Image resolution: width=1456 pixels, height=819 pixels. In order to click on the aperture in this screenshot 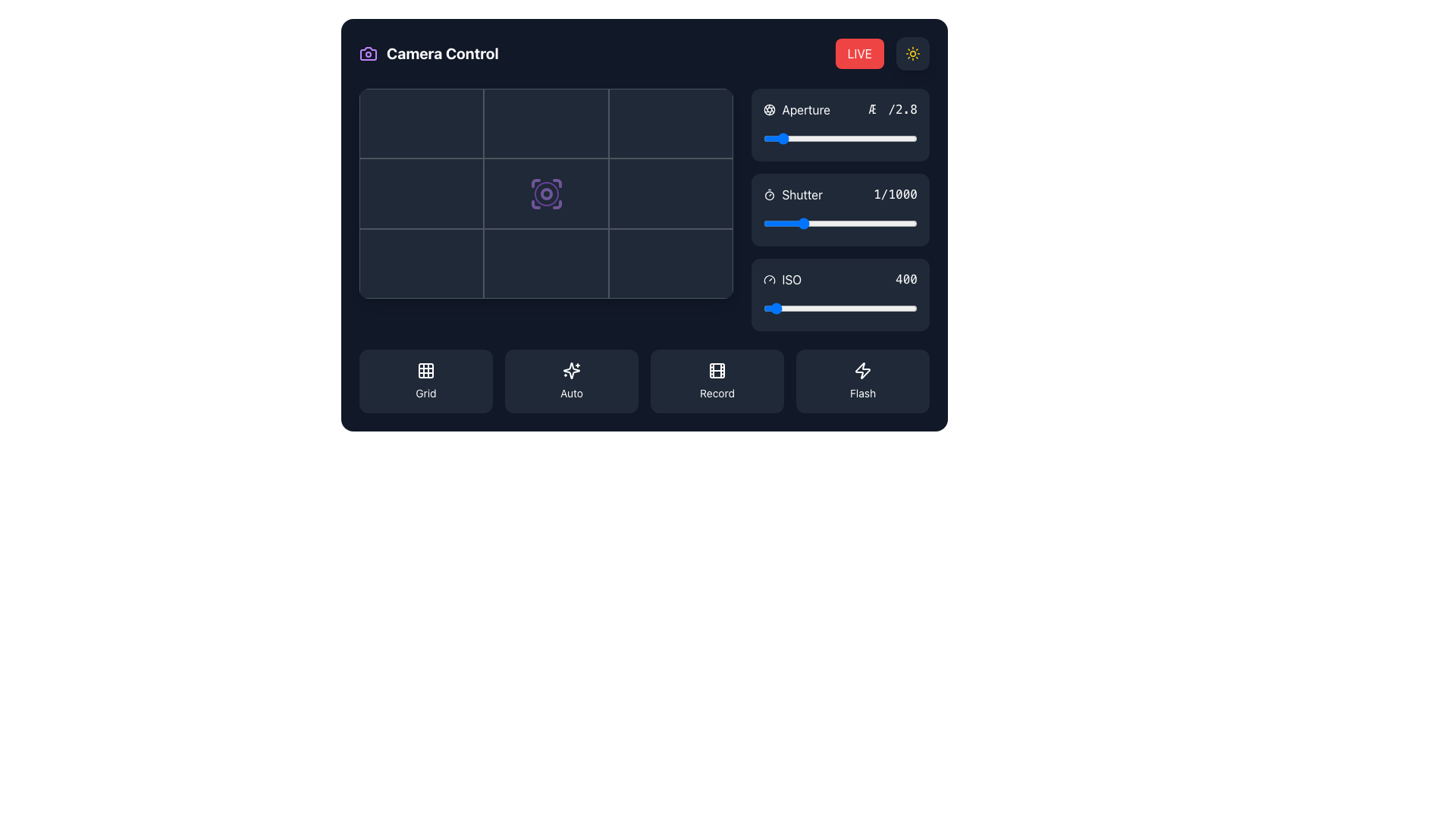, I will do `click(780, 138)`.